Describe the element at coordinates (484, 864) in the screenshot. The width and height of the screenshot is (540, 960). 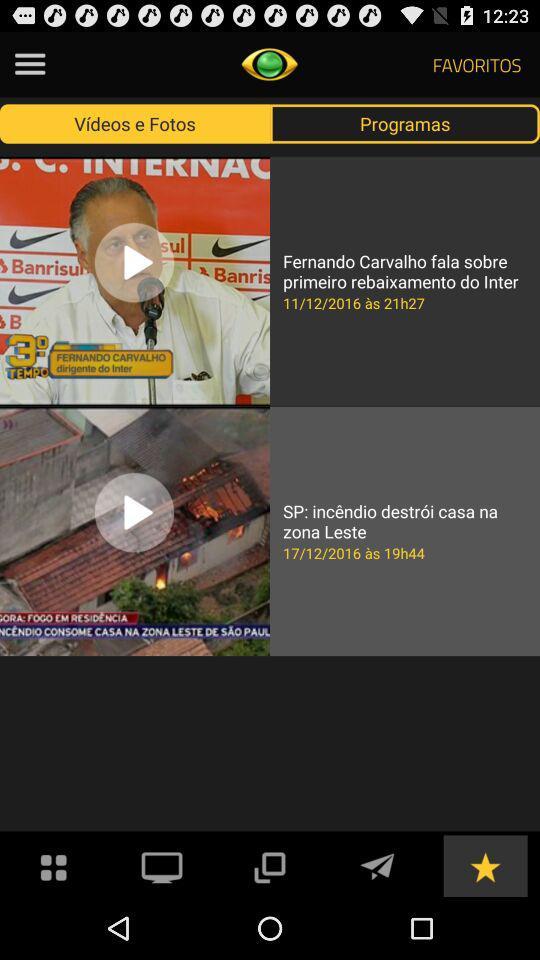
I see `to favorite list` at that location.